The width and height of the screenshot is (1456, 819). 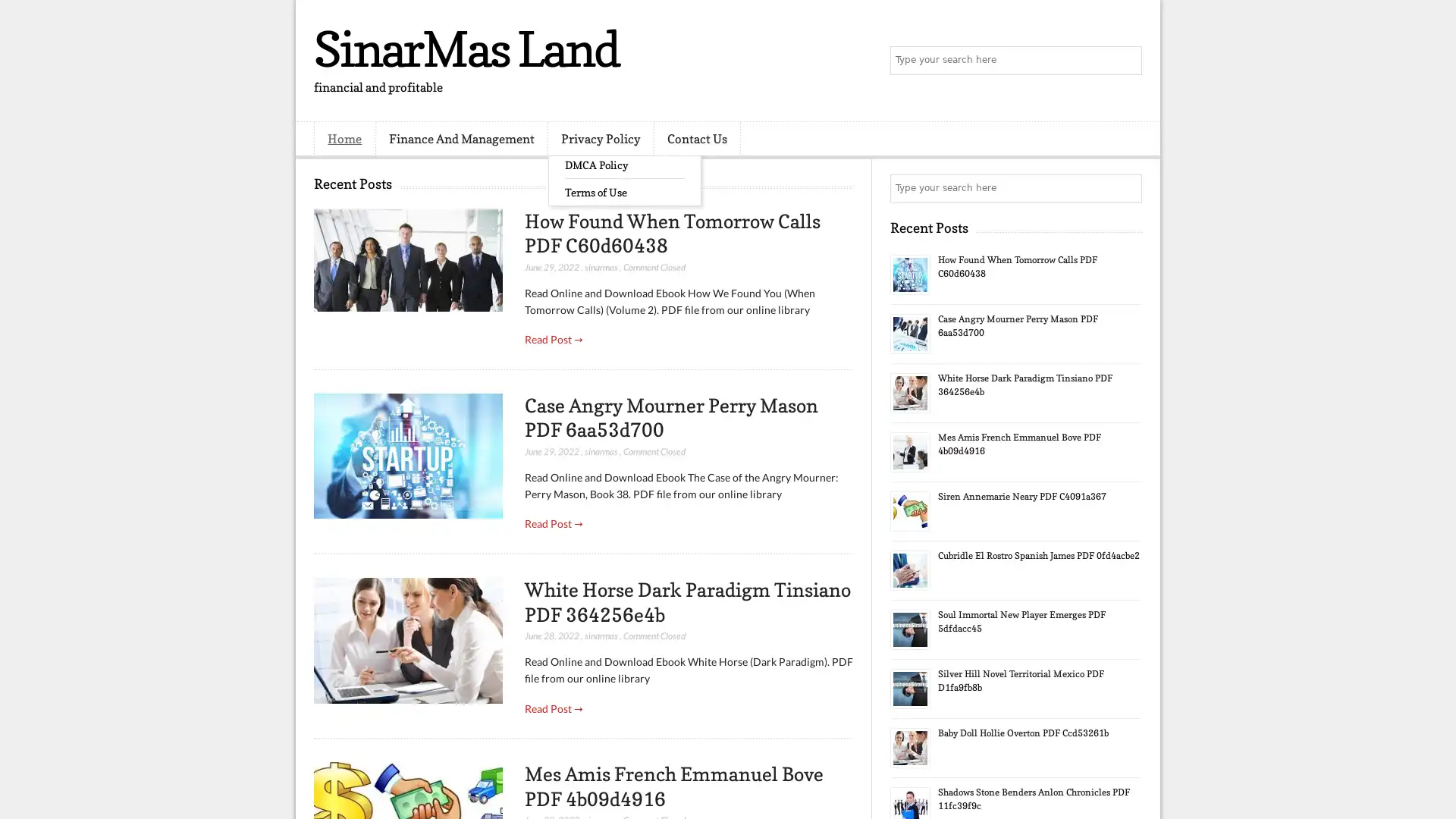 I want to click on Search, so click(x=1126, y=61).